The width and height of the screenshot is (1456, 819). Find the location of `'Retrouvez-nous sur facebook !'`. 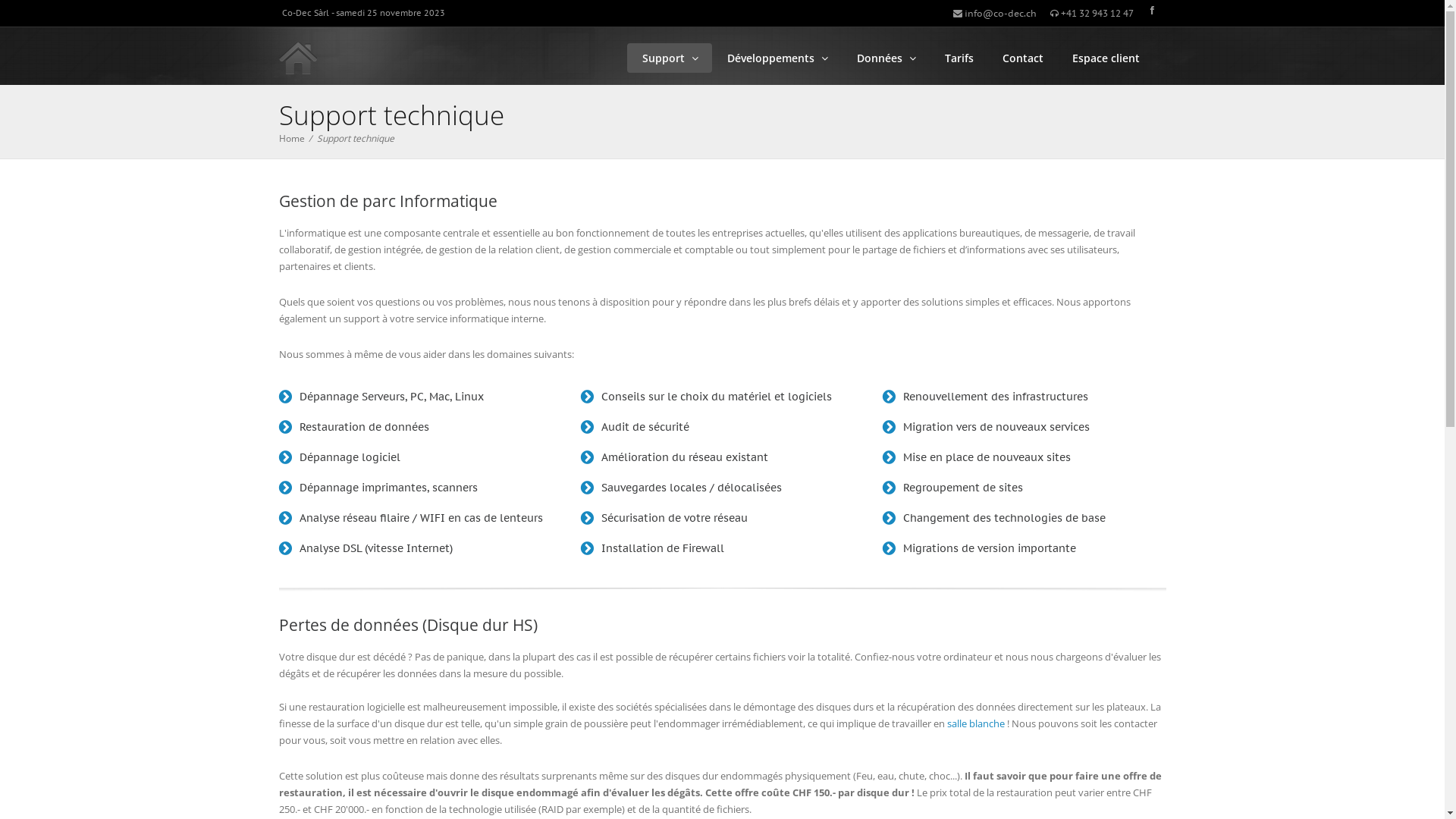

'Retrouvez-nous sur facebook !' is located at coordinates (1151, 10).